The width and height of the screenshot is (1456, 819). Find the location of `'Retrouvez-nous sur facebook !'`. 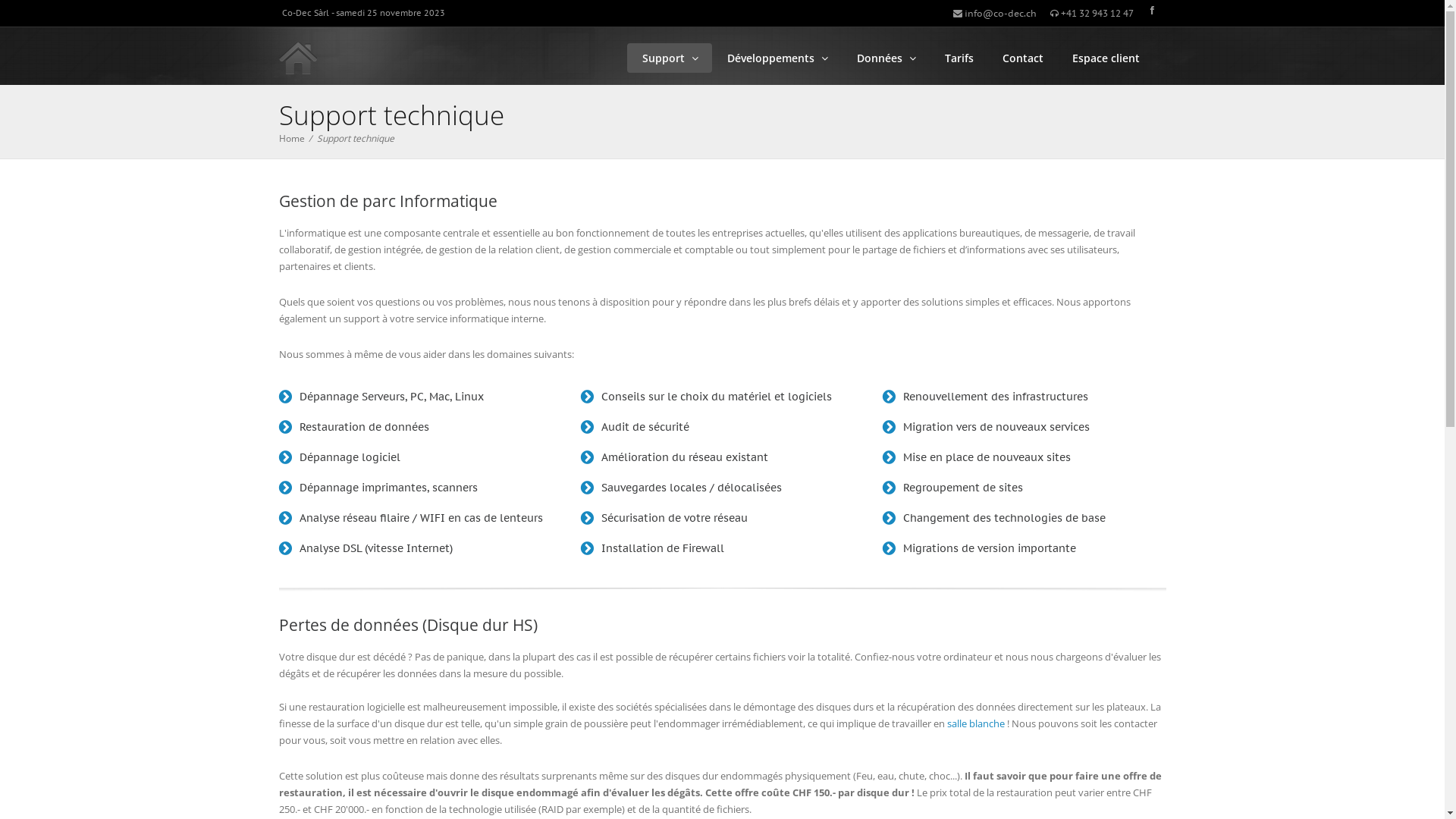

'Retrouvez-nous sur facebook !' is located at coordinates (1151, 10).